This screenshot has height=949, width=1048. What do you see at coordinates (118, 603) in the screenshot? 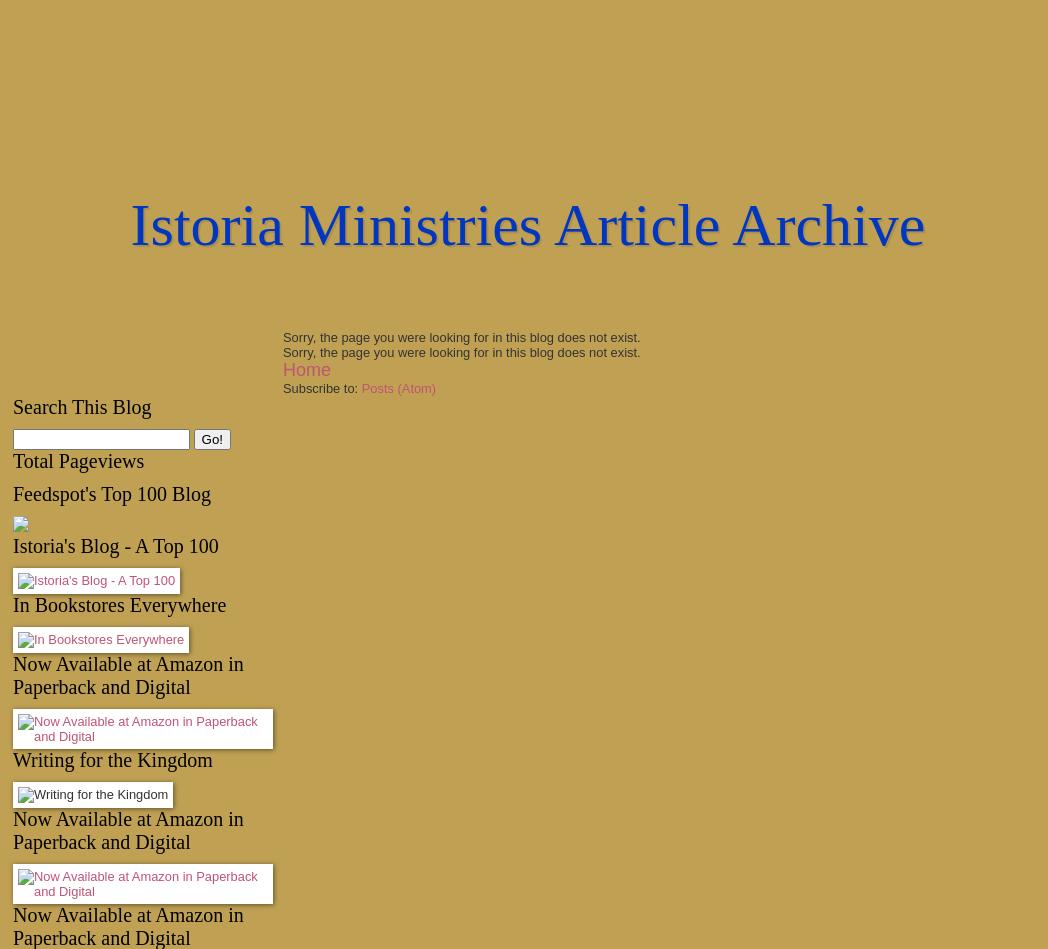
I see `'In Bookstores Everywhere'` at bounding box center [118, 603].